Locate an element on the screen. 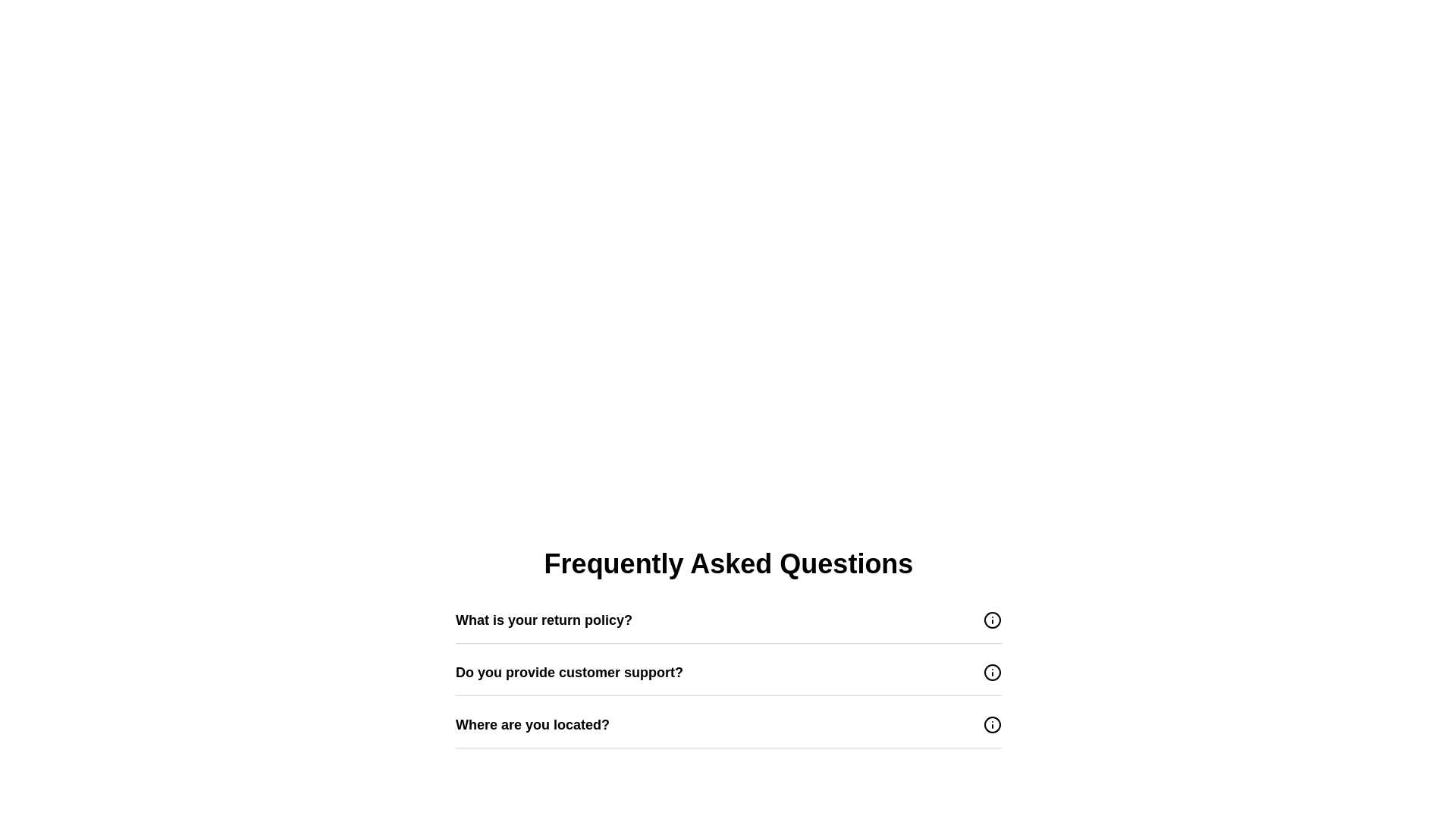 This screenshot has width=1456, height=819. the circular informational icon containing an 'i' character, which is located at the far right of the row with the text 'Do you provide customer support?' is located at coordinates (993, 672).